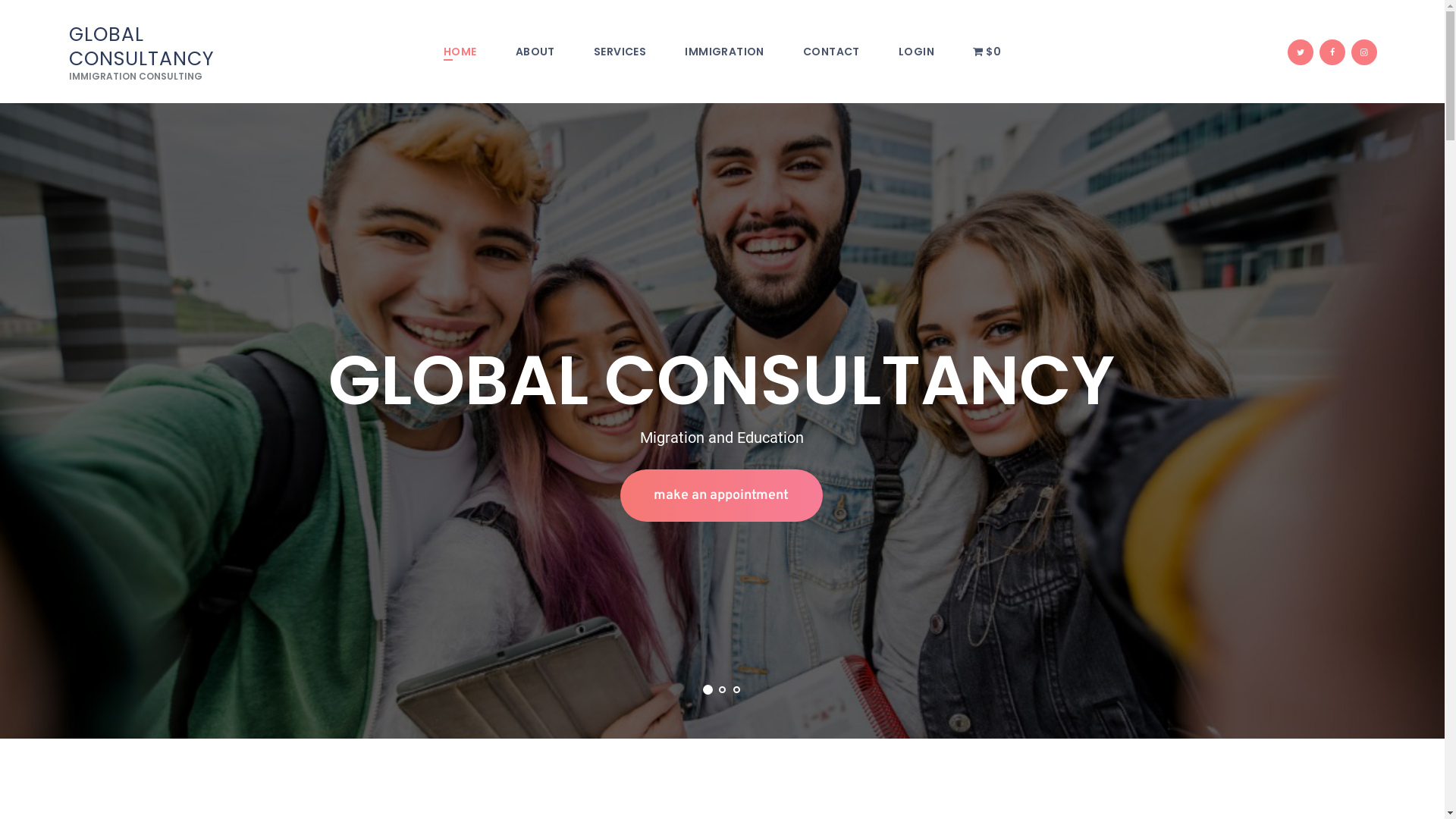  Describe the element at coordinates (423, 52) in the screenshot. I see `'HOME'` at that location.